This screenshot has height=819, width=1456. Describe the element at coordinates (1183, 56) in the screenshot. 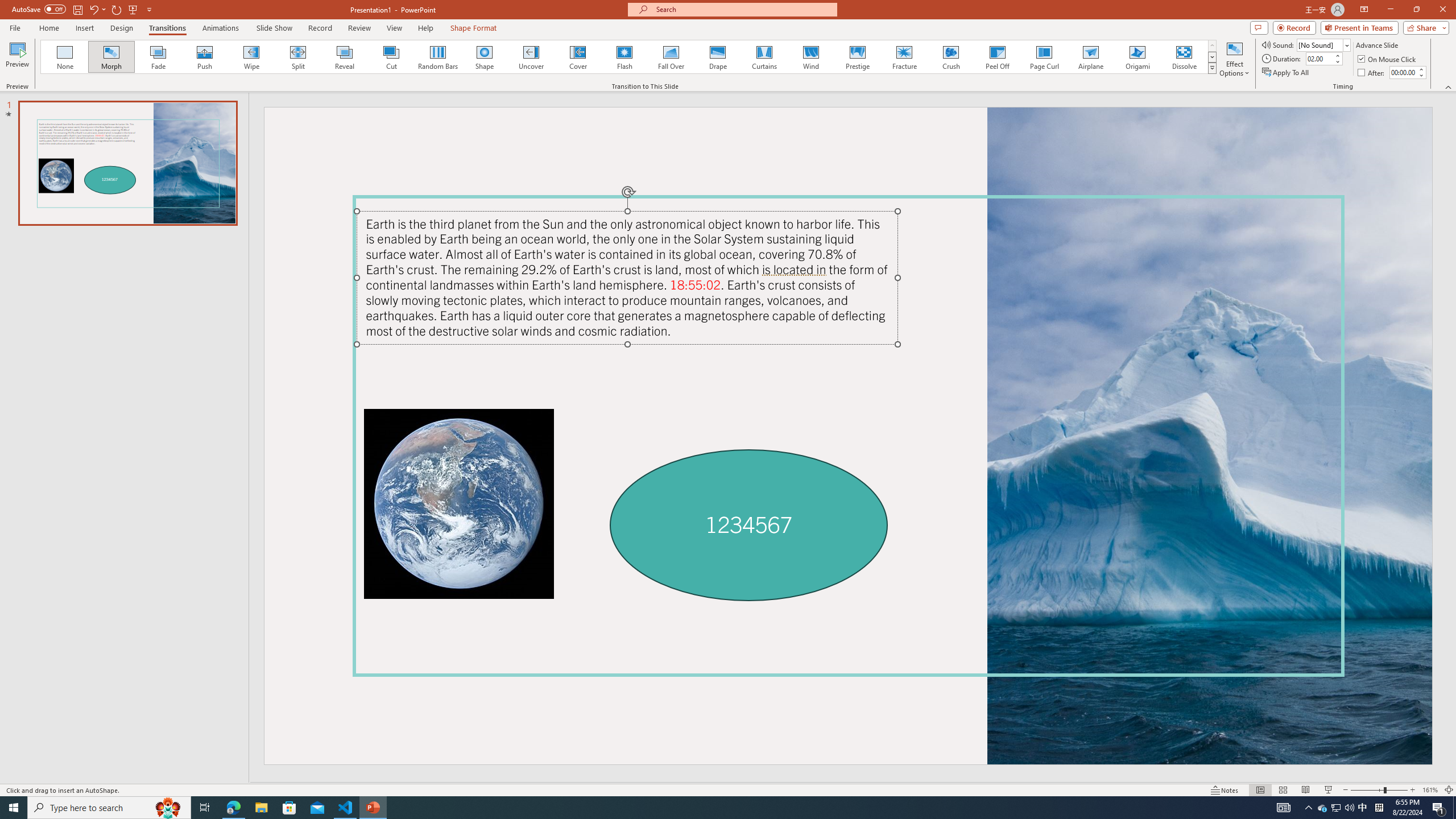

I see `'Dissolve'` at that location.